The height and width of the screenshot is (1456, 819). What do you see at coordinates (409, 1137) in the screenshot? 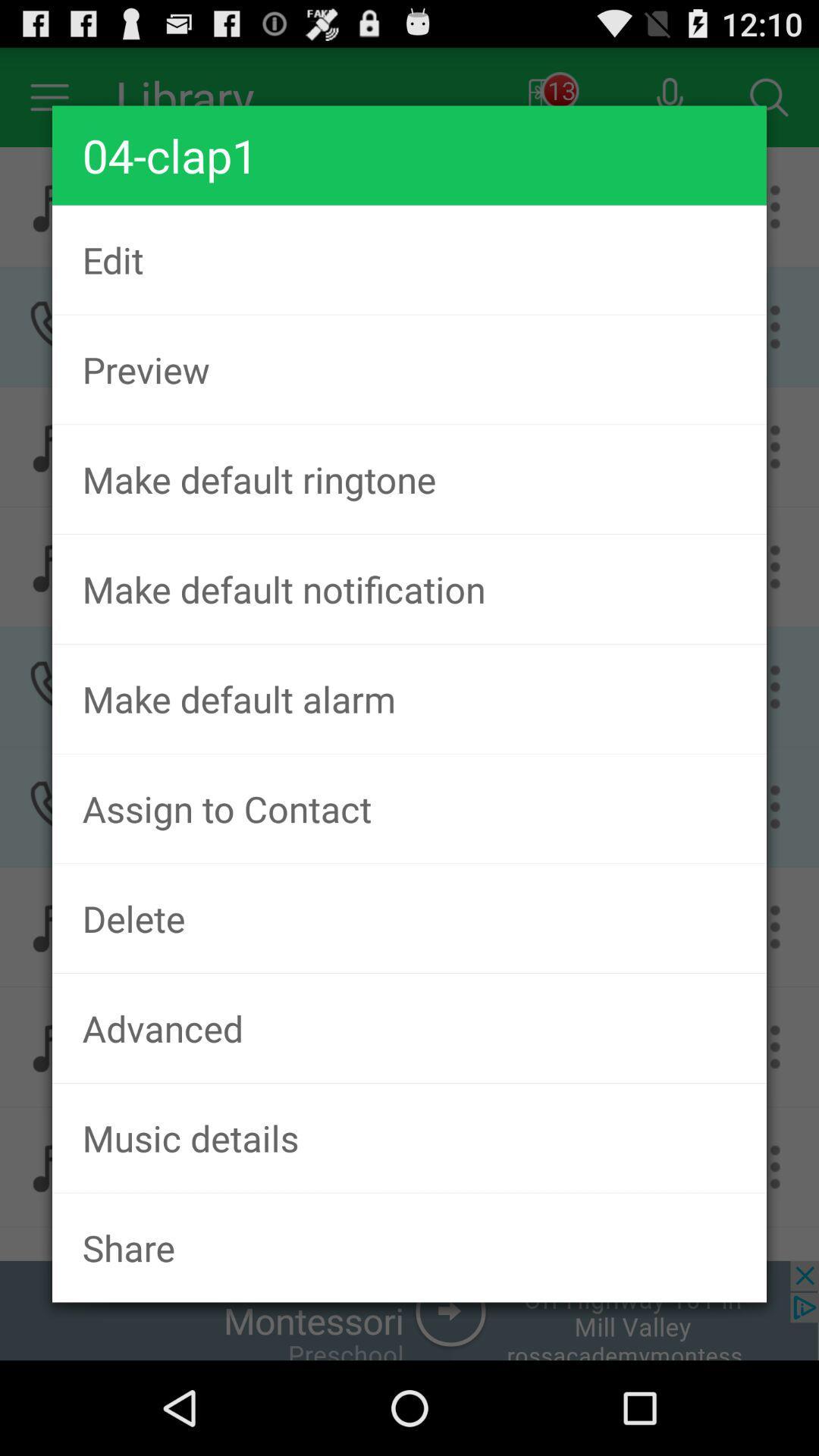
I see `music details item` at bounding box center [409, 1137].